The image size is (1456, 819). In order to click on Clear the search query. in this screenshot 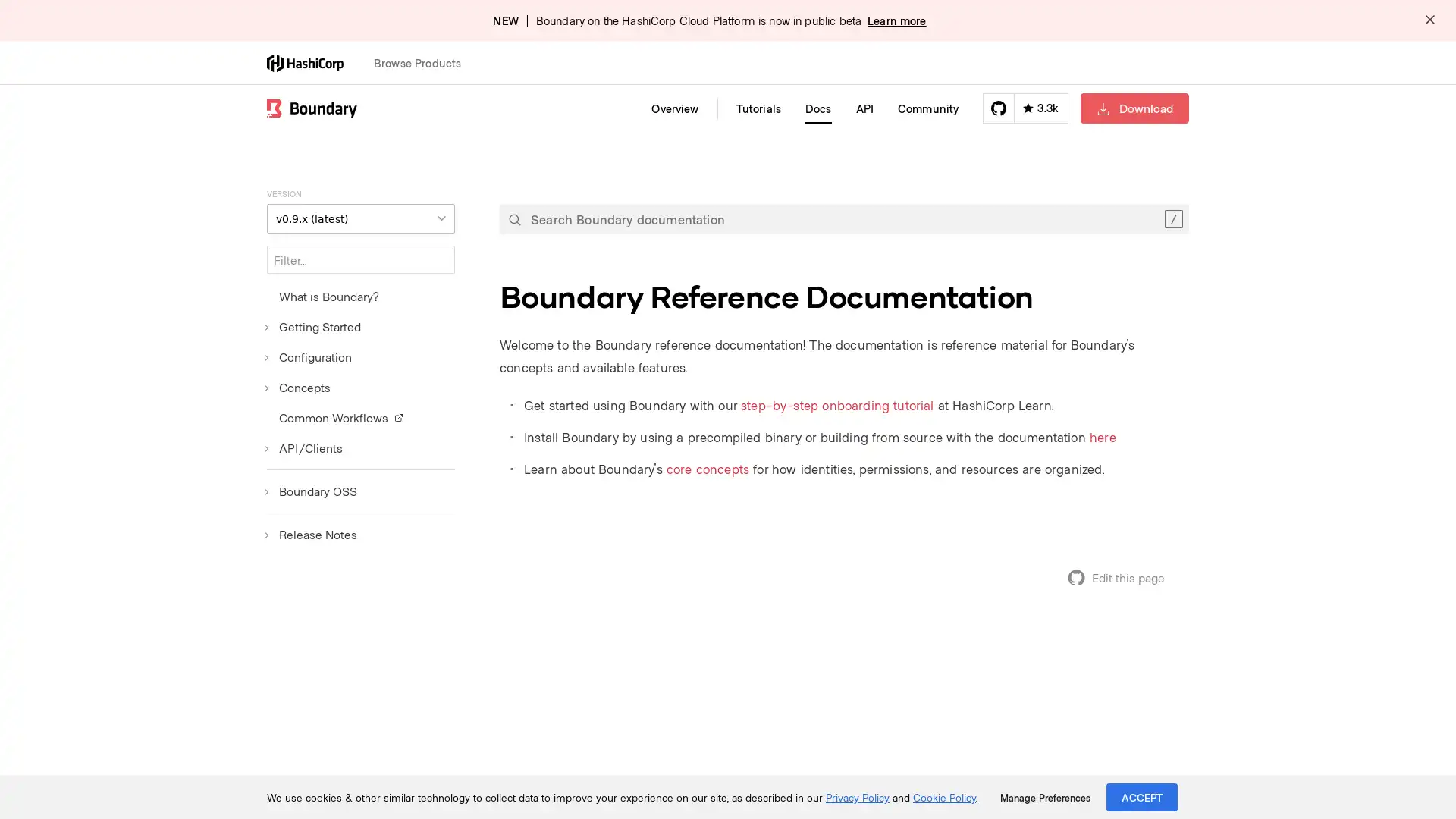, I will do `click(1172, 219)`.